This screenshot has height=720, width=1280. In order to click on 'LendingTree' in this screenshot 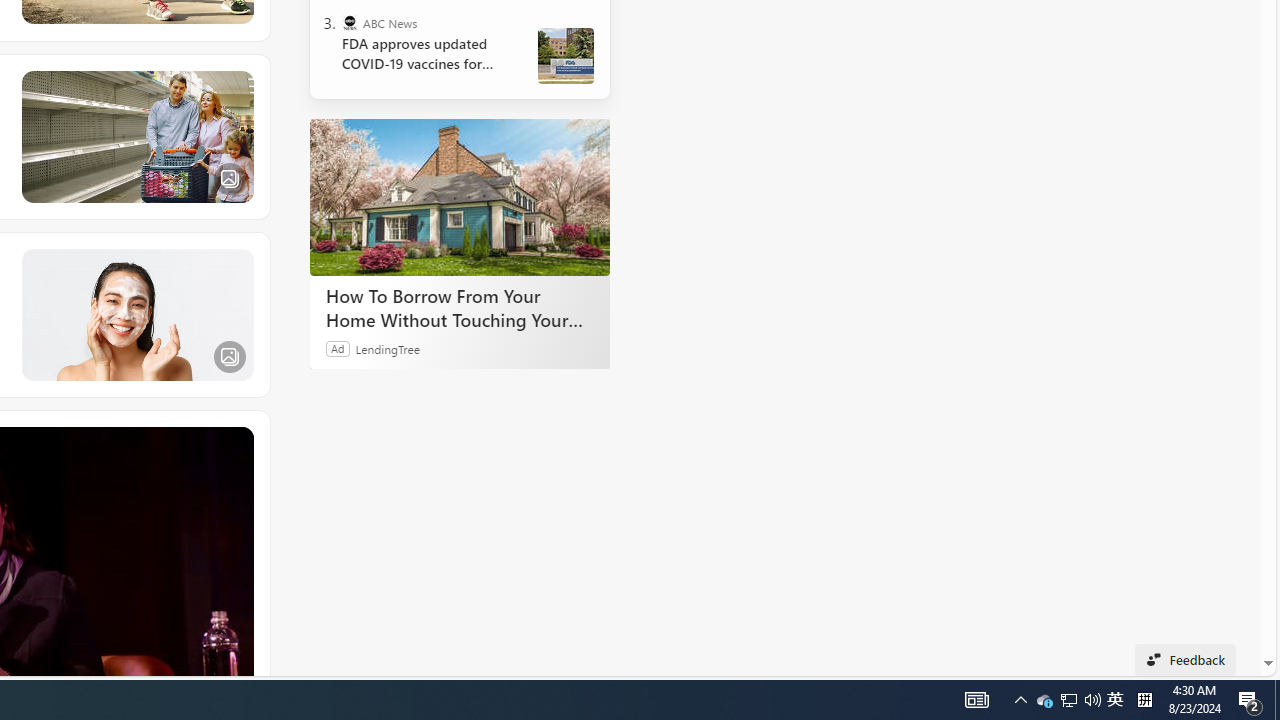, I will do `click(387, 347)`.